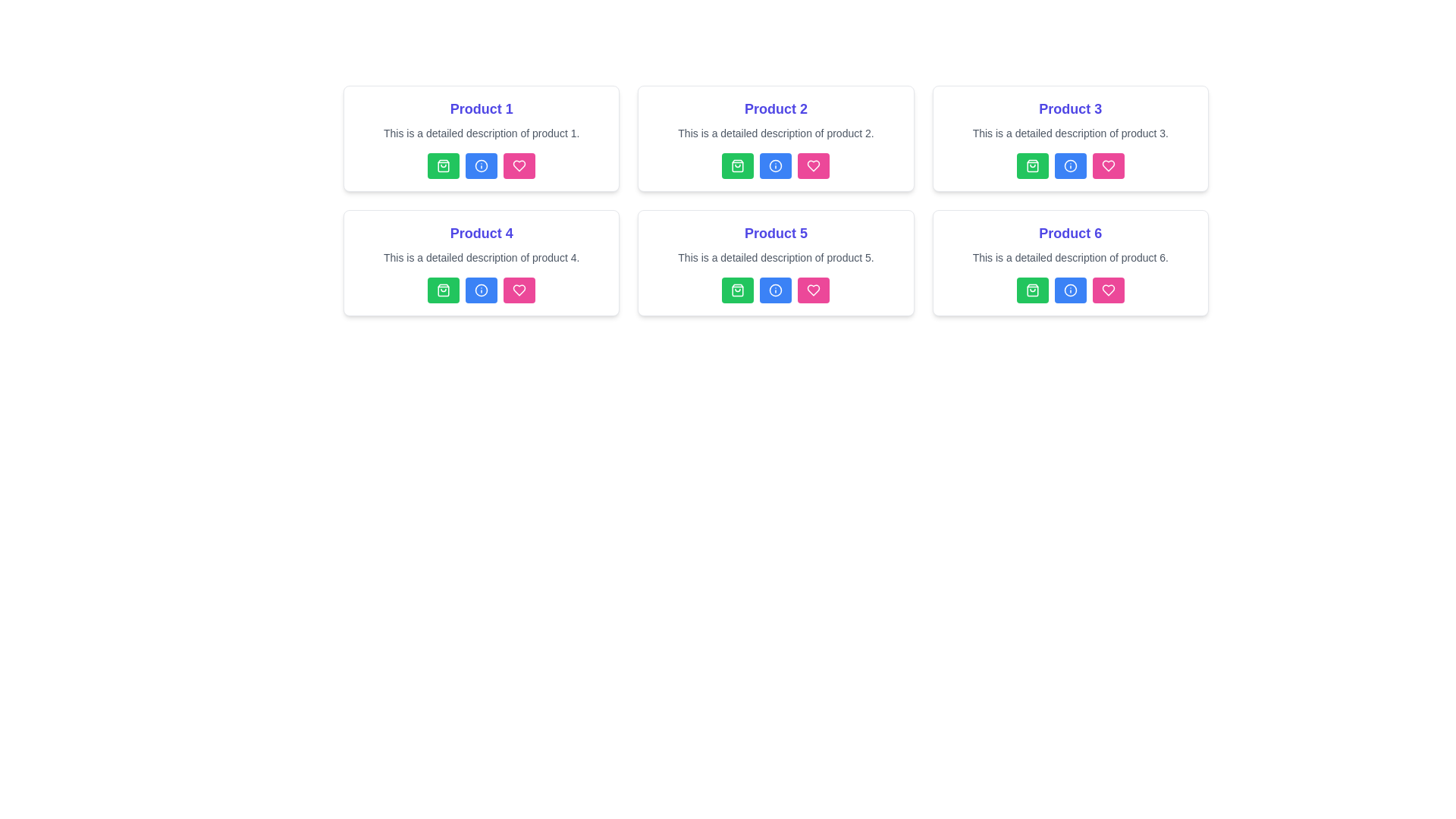 The image size is (1456, 819). What do you see at coordinates (1108, 166) in the screenshot?
I see `the 'like' or 'favorite' icon button located in the bottom-right section of 'Product 3' card` at bounding box center [1108, 166].